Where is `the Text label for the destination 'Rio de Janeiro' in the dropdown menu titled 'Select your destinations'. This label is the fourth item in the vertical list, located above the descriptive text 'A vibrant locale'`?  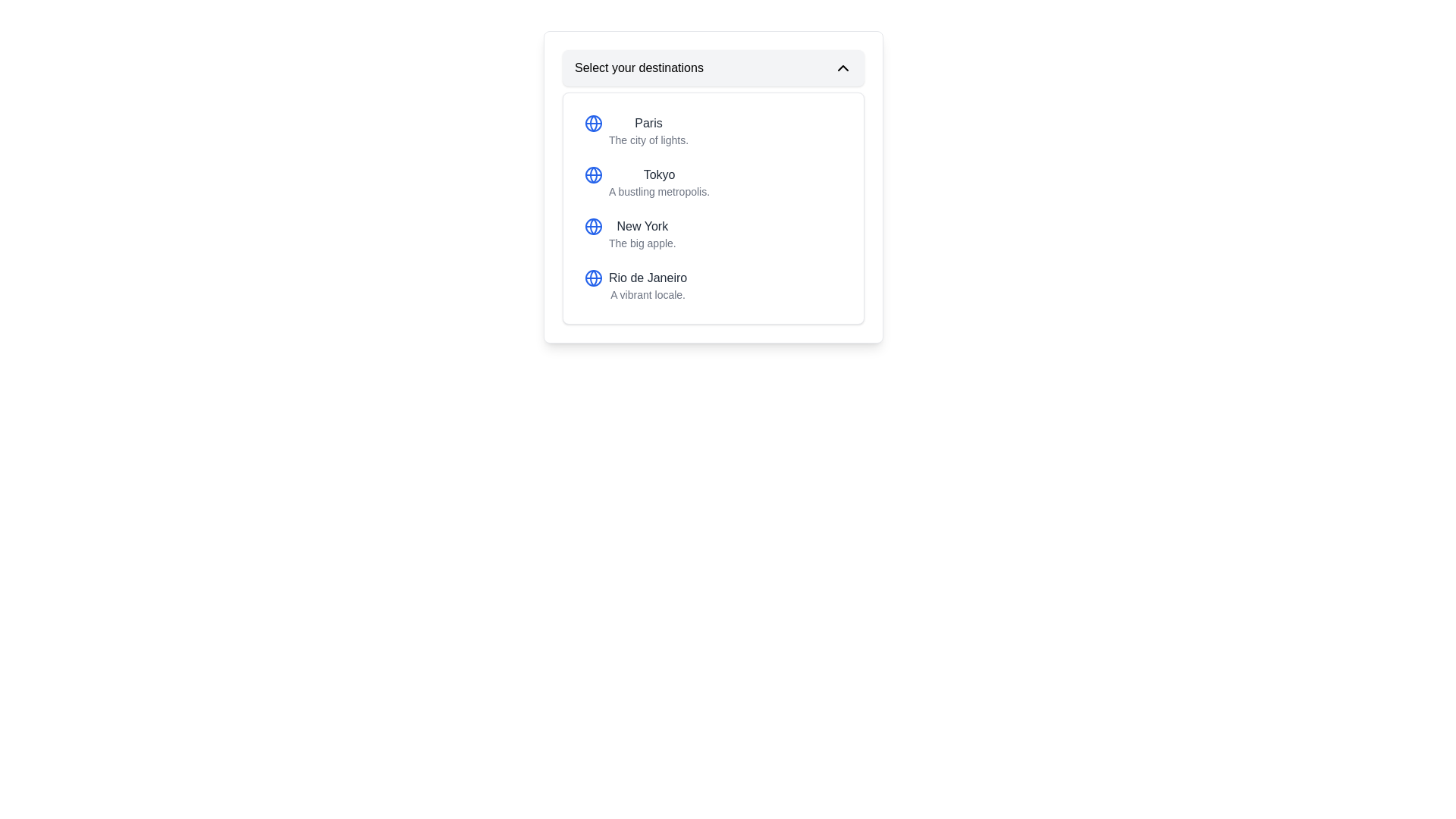
the Text label for the destination 'Rio de Janeiro' in the dropdown menu titled 'Select your destinations'. This label is the fourth item in the vertical list, located above the descriptive text 'A vibrant locale' is located at coordinates (648, 278).